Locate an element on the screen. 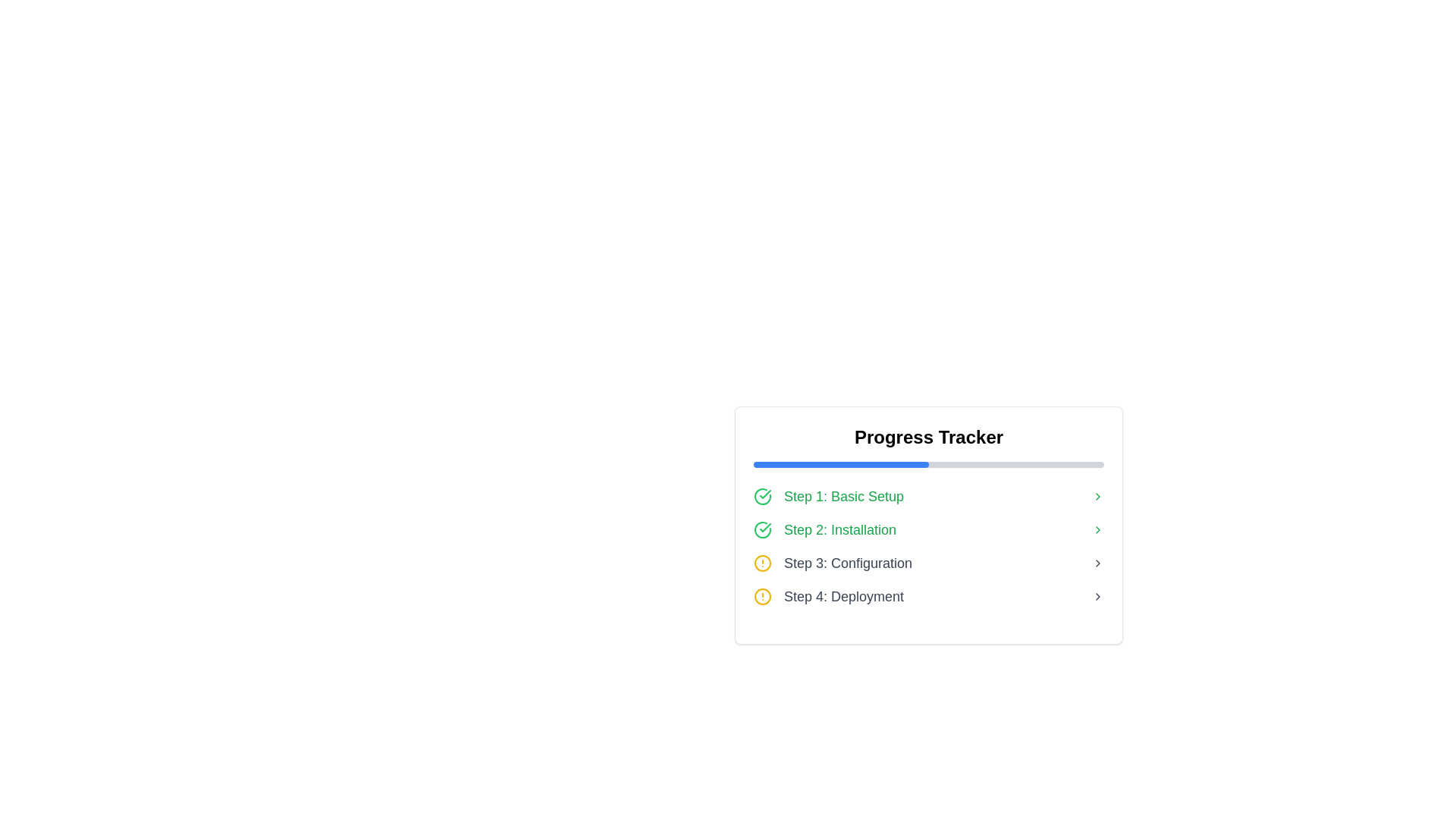 Image resolution: width=1456 pixels, height=819 pixels. the circular outline of the SVG graphic element associated with 'Step 4: Deployment' in the progress tracker is located at coordinates (763, 595).